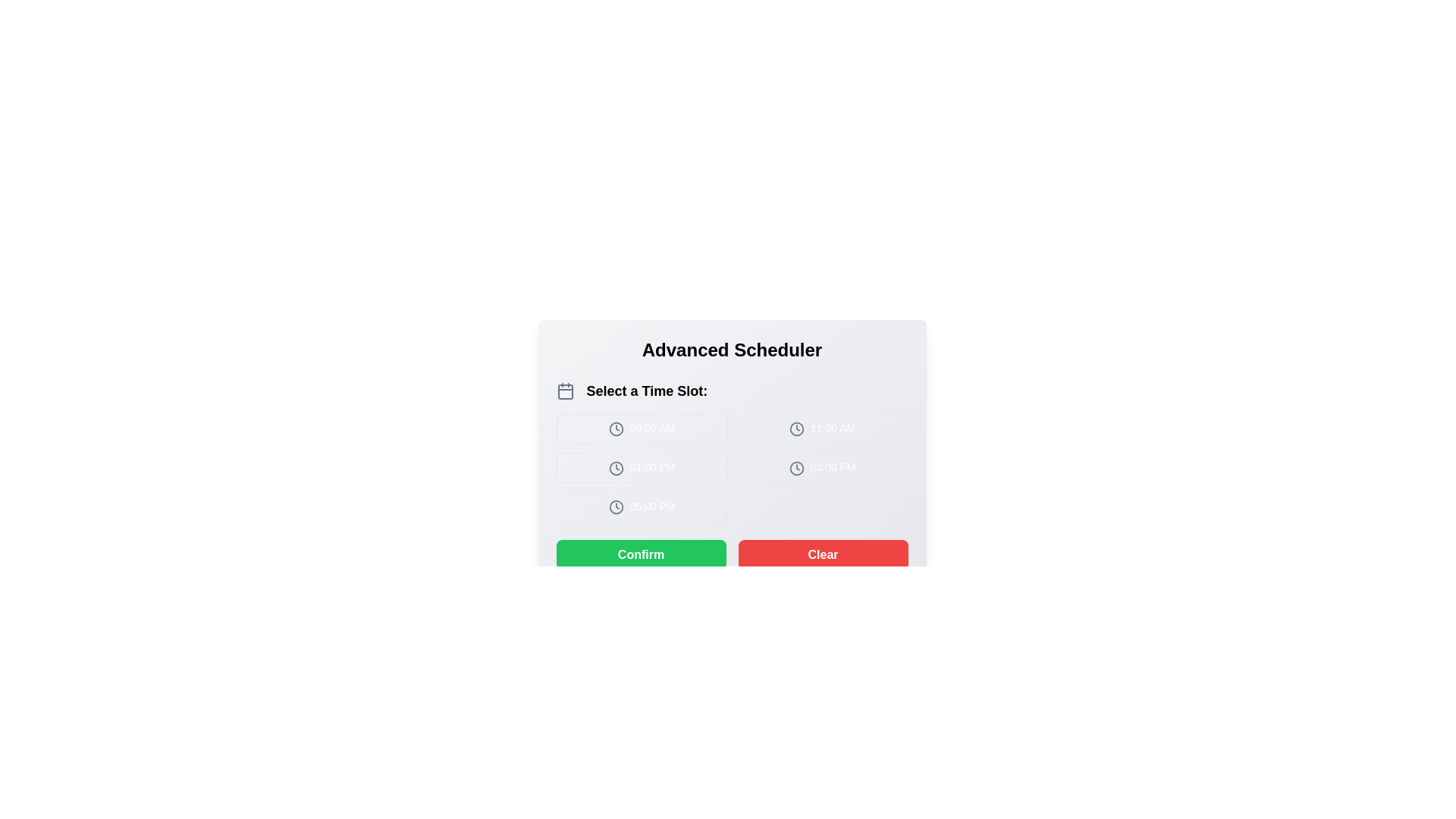 The image size is (1456, 819). Describe the element at coordinates (564, 391) in the screenshot. I see `the date/calendar icon located to the left of the 'Select a Time Slot:' text, which enhances the context of the associated text` at that location.